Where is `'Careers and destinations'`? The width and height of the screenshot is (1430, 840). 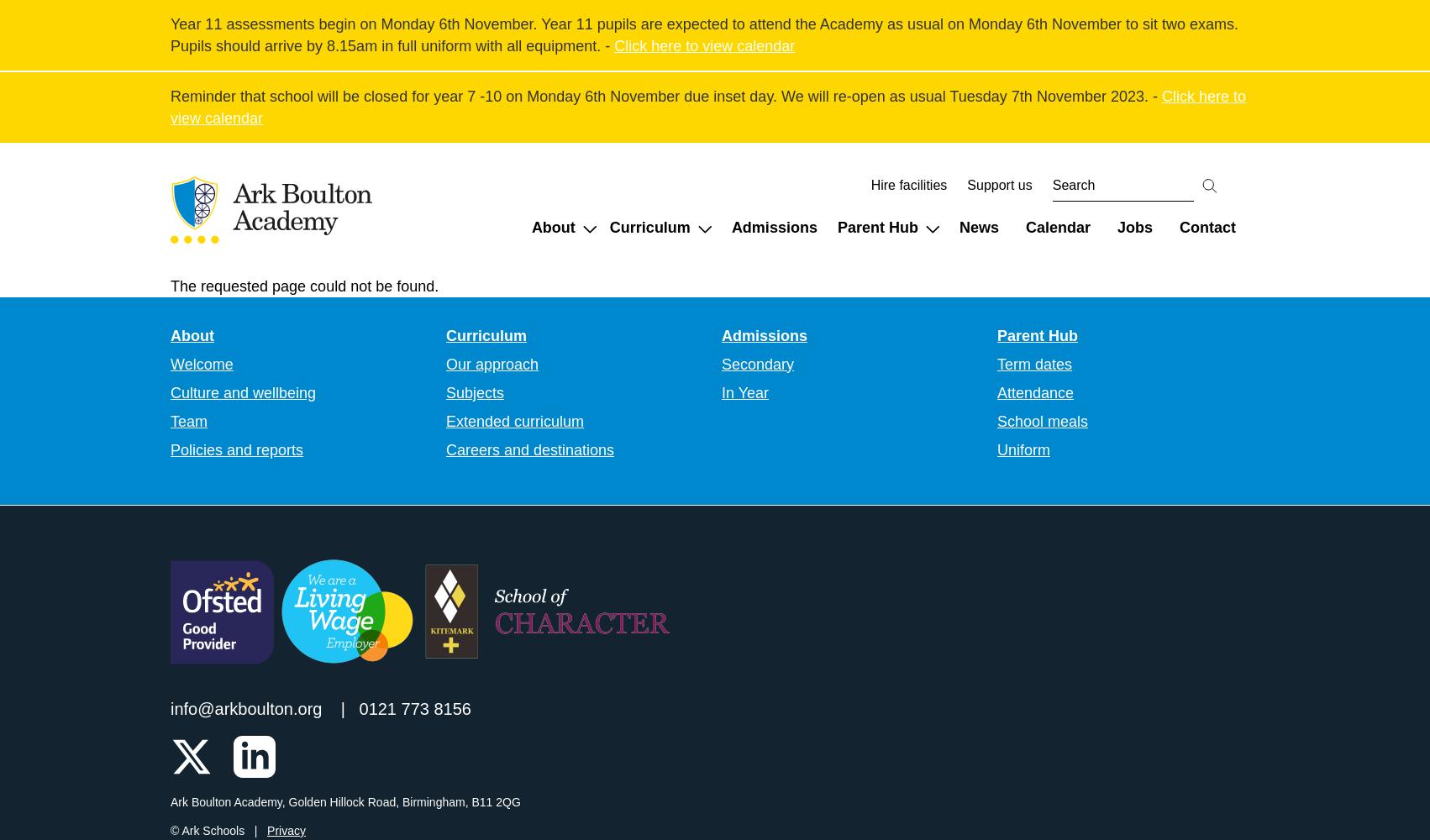
'Careers and destinations' is located at coordinates (529, 449).